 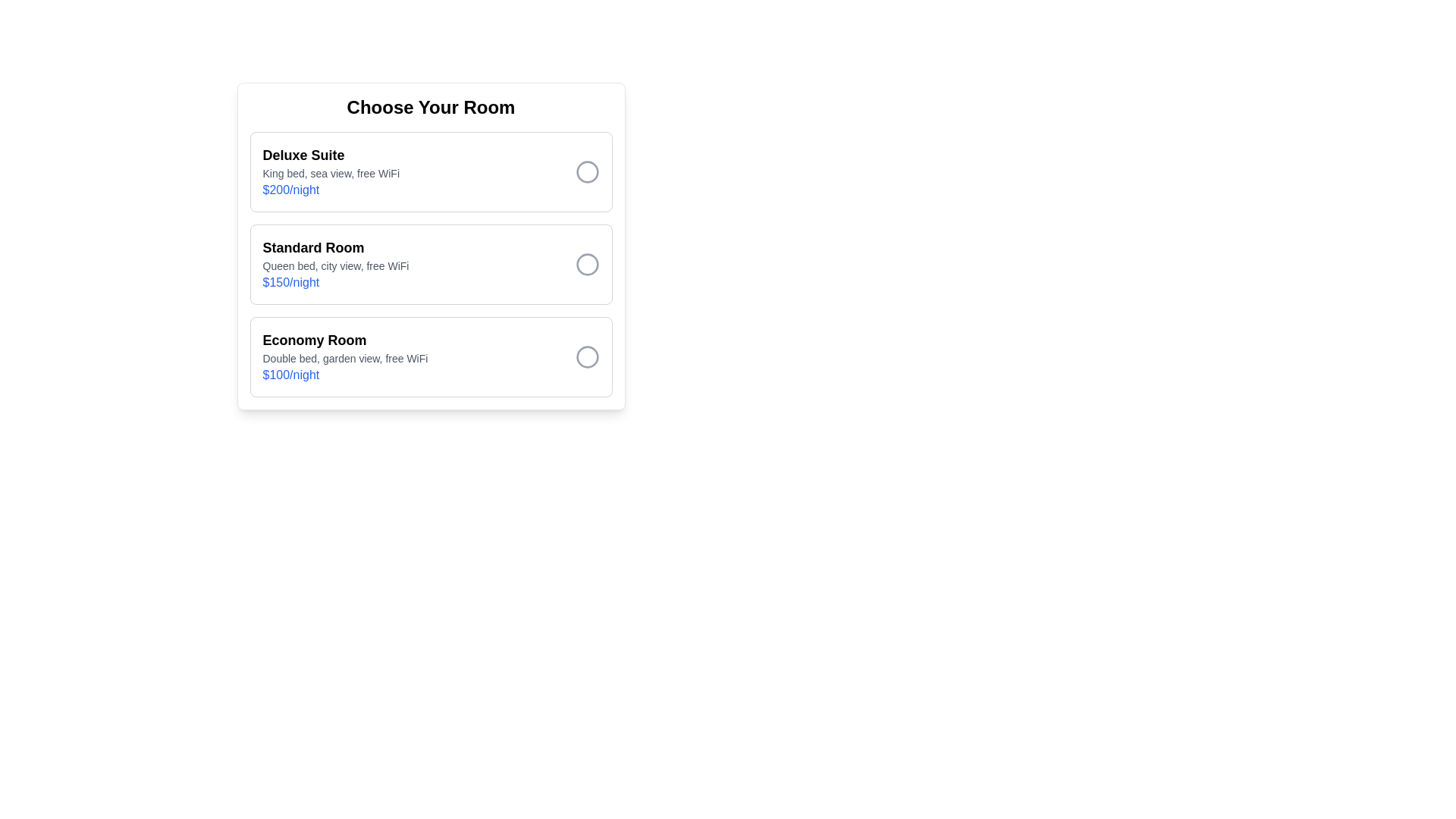 What do you see at coordinates (586, 356) in the screenshot?
I see `the deselected radio button styled in light gray within the Economy Room option to trigger a potential highlighting effect` at bounding box center [586, 356].